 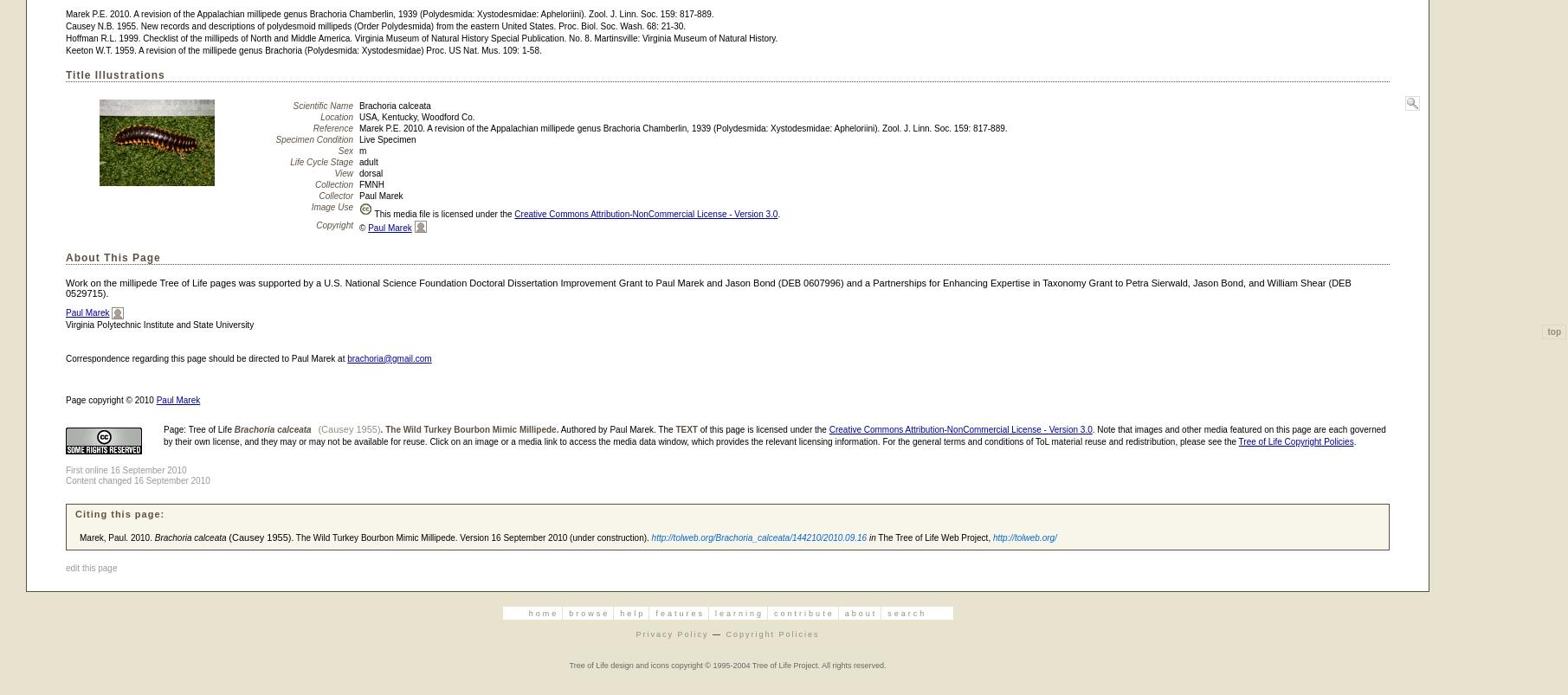 I want to click on 'm', so click(x=363, y=149).